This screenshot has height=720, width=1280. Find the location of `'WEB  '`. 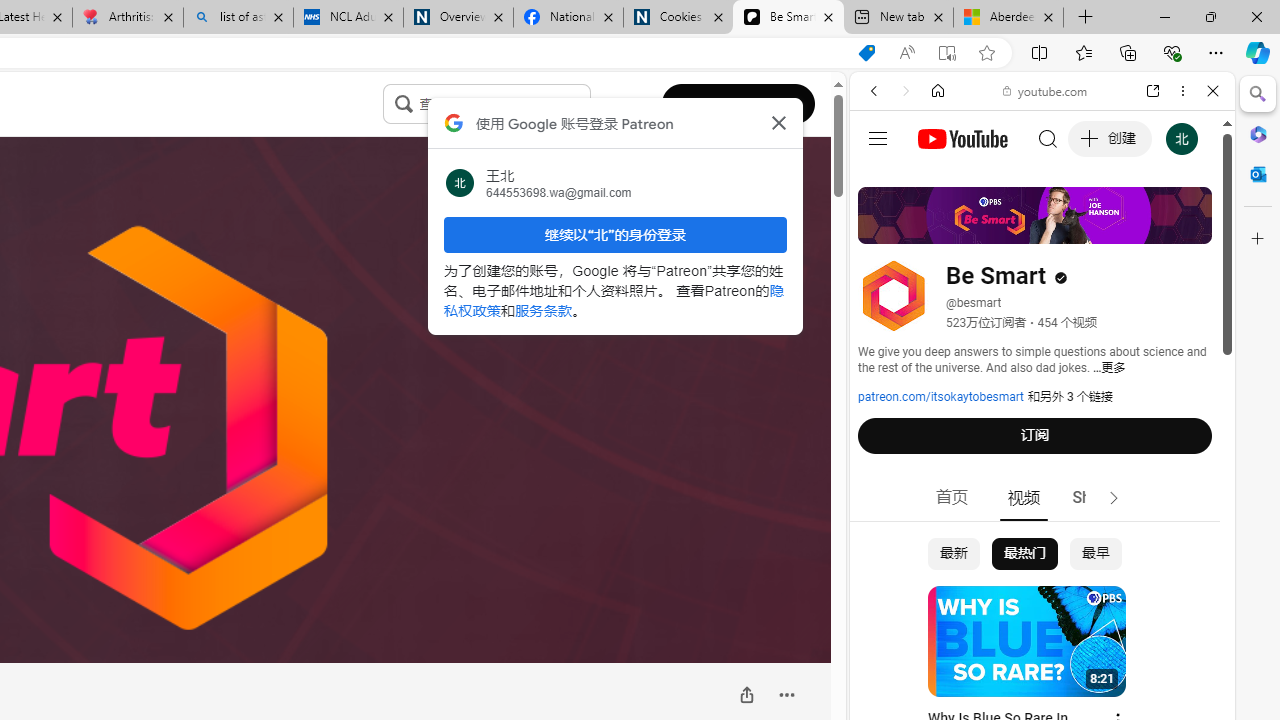

'WEB  ' is located at coordinates (881, 227).